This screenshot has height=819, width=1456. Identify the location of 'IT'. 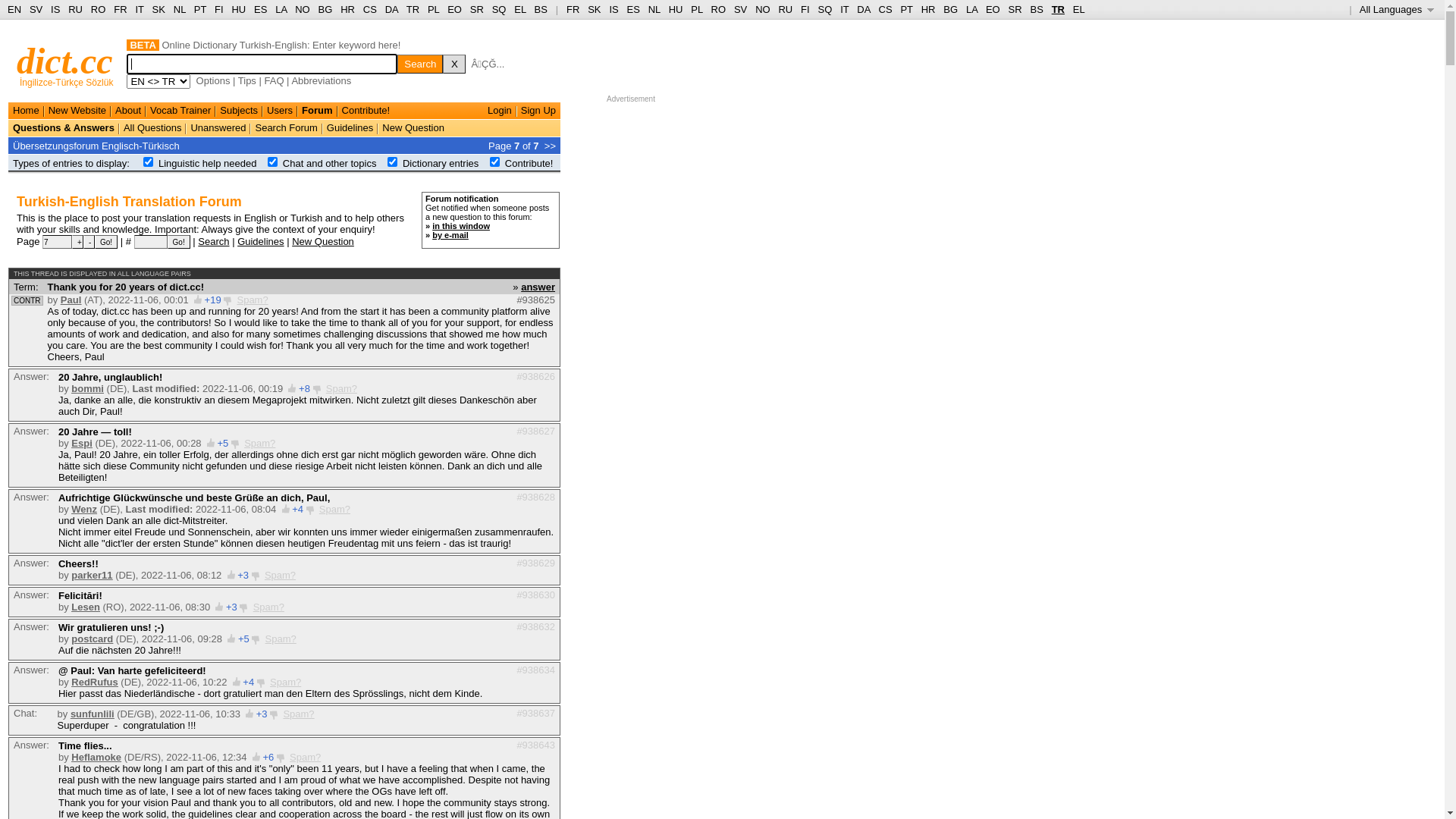
(139, 9).